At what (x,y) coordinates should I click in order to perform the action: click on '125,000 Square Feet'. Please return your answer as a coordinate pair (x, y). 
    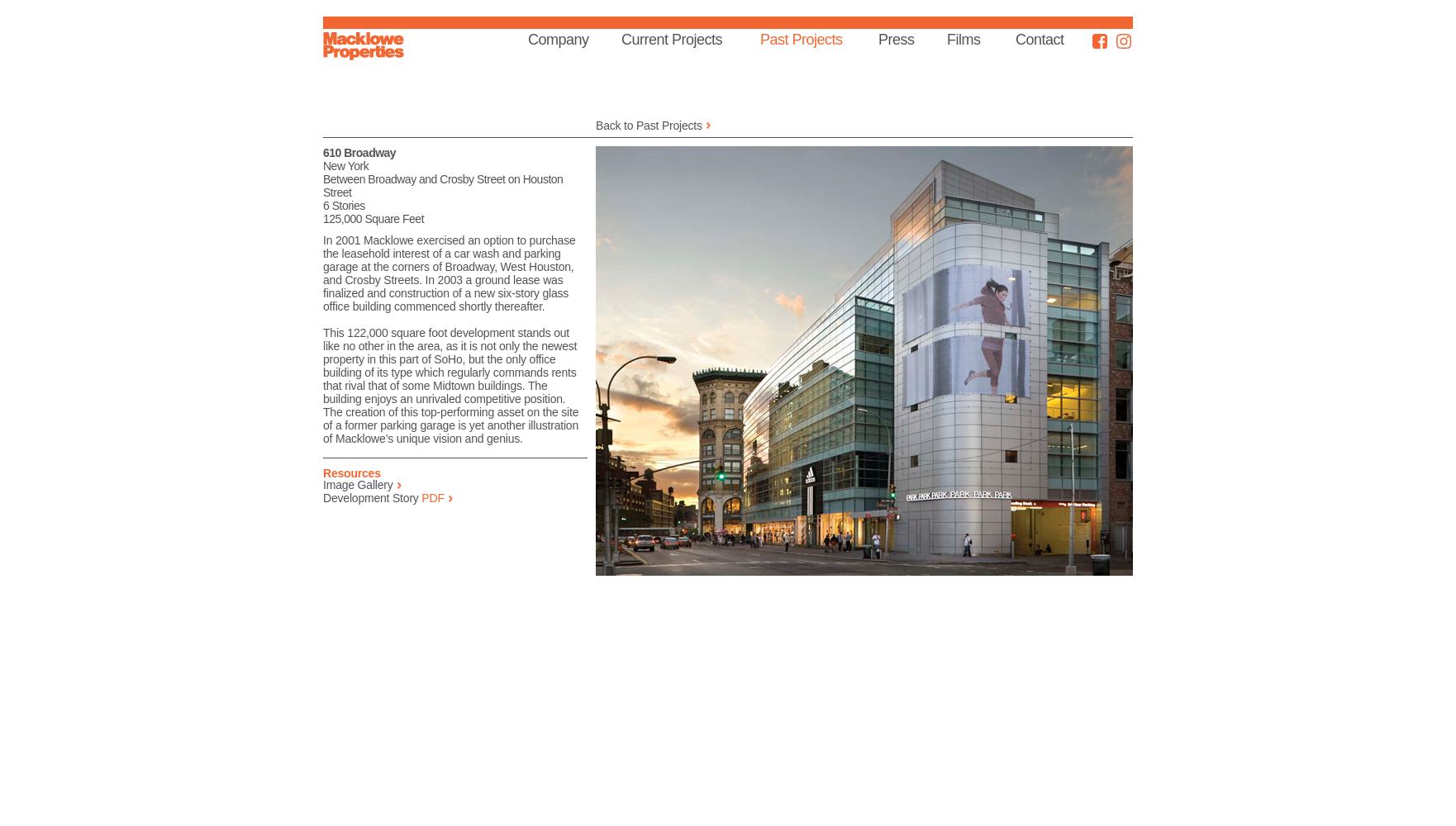
    Looking at the image, I should click on (372, 219).